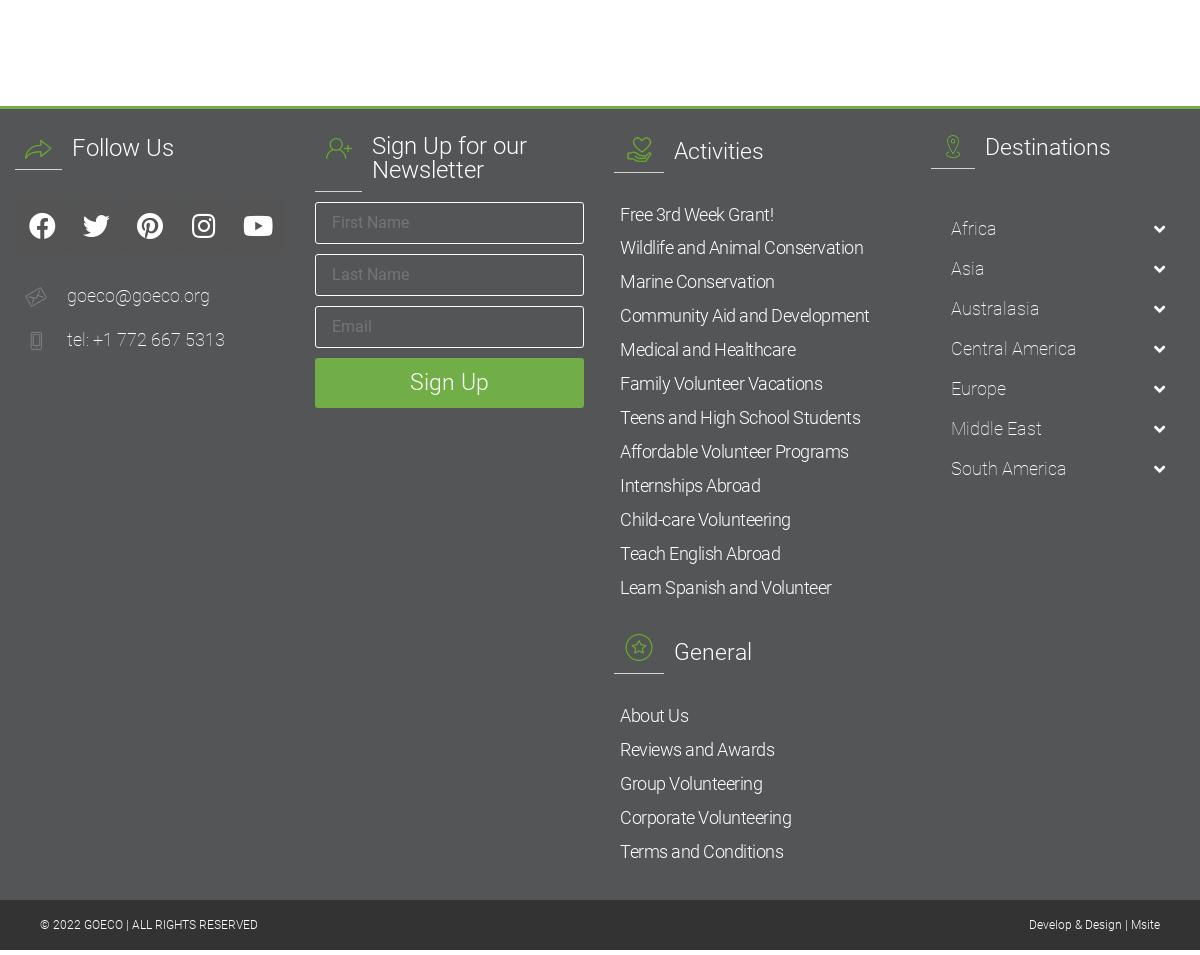  What do you see at coordinates (972, 227) in the screenshot?
I see `'Africa'` at bounding box center [972, 227].